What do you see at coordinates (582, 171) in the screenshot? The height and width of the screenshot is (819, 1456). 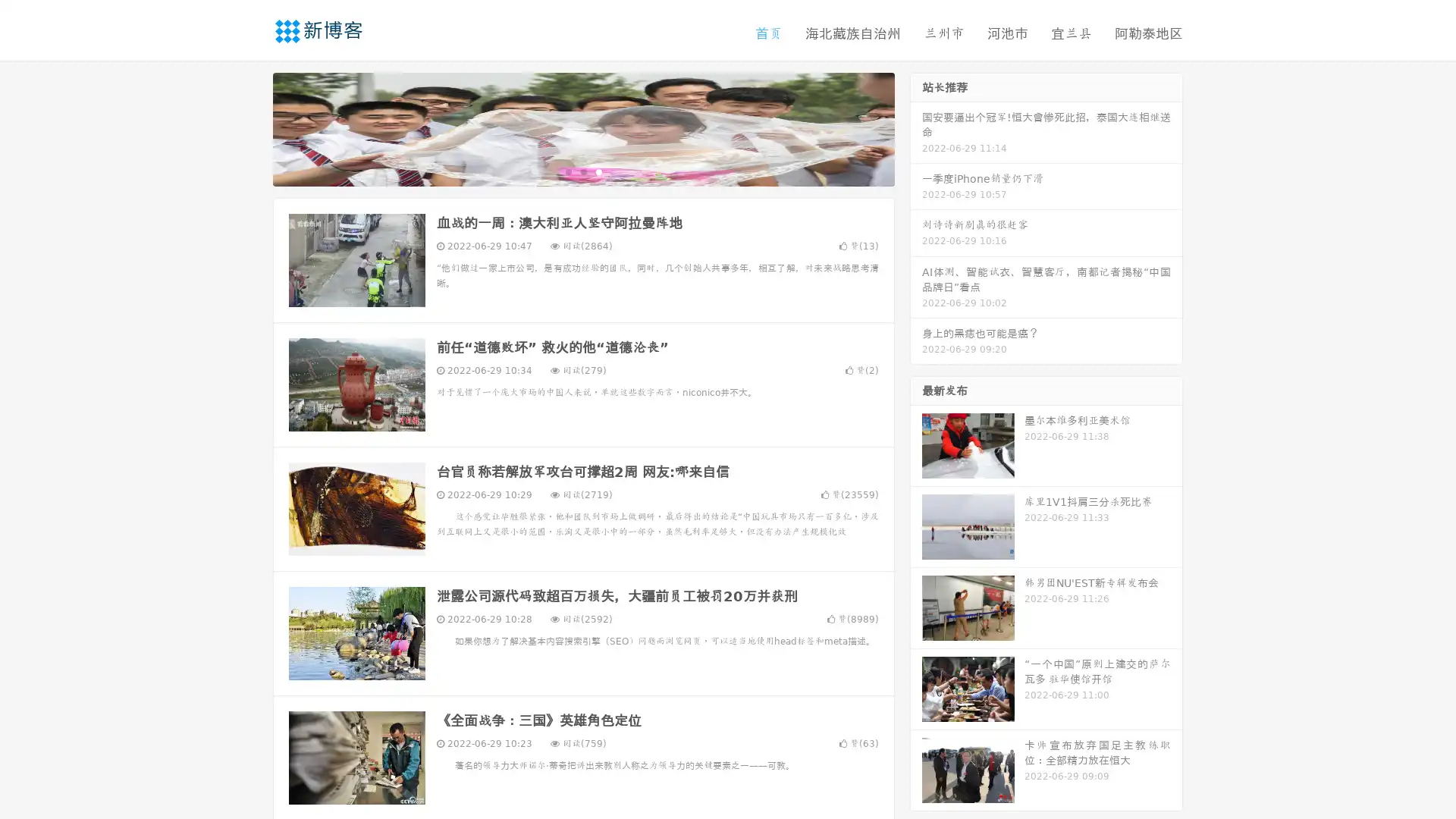 I see `Go to slide 2` at bounding box center [582, 171].